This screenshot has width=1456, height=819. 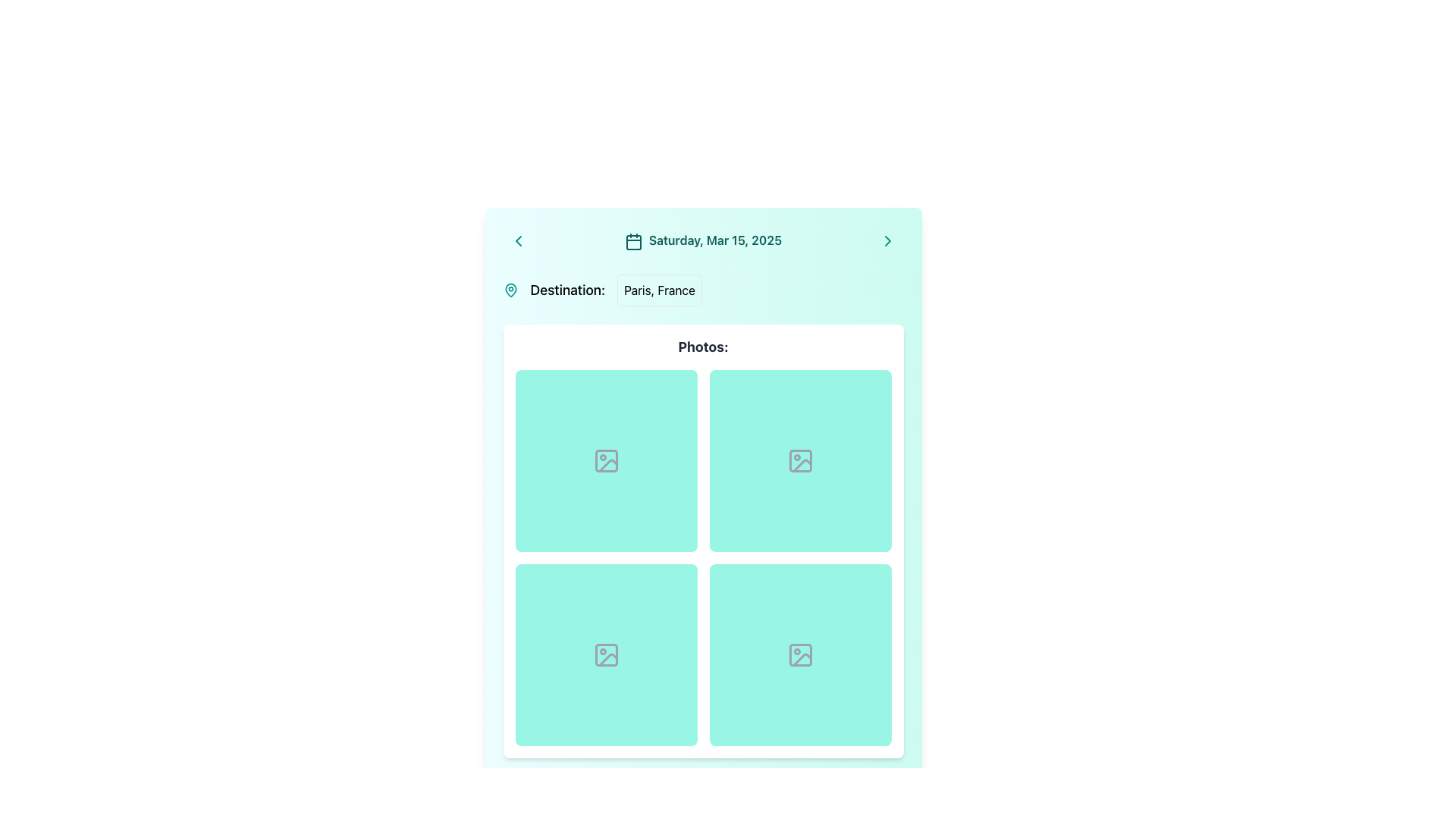 I want to click on the SVG rectangle that serves as the visual boundary for the calendar icon, located at the top center of the interface, slightly left of the main date text, so click(x=633, y=241).